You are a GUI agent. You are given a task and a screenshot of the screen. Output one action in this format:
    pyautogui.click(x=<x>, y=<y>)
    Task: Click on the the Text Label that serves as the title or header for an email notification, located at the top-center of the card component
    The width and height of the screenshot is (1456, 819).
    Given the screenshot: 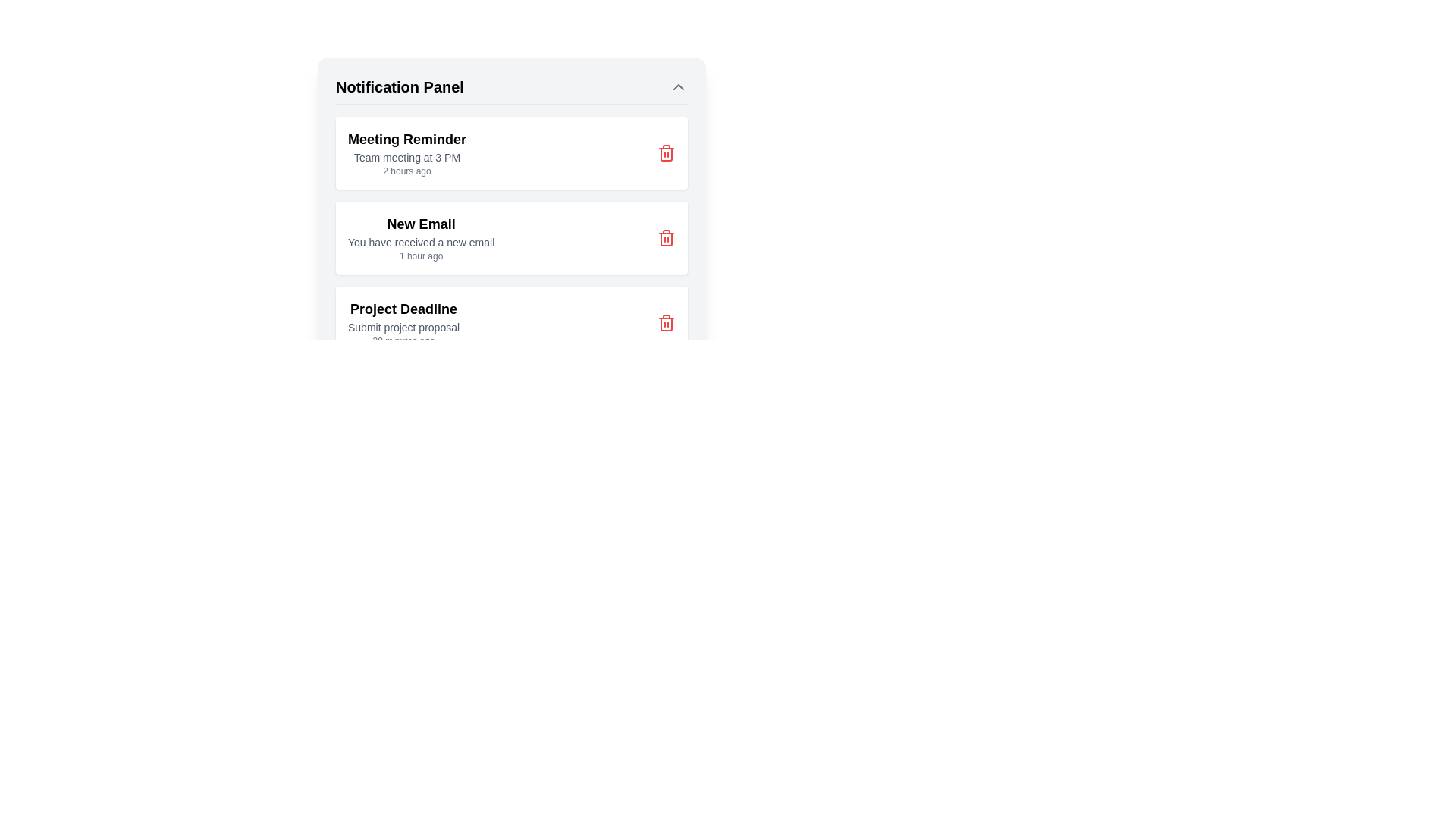 What is the action you would take?
    pyautogui.click(x=421, y=224)
    